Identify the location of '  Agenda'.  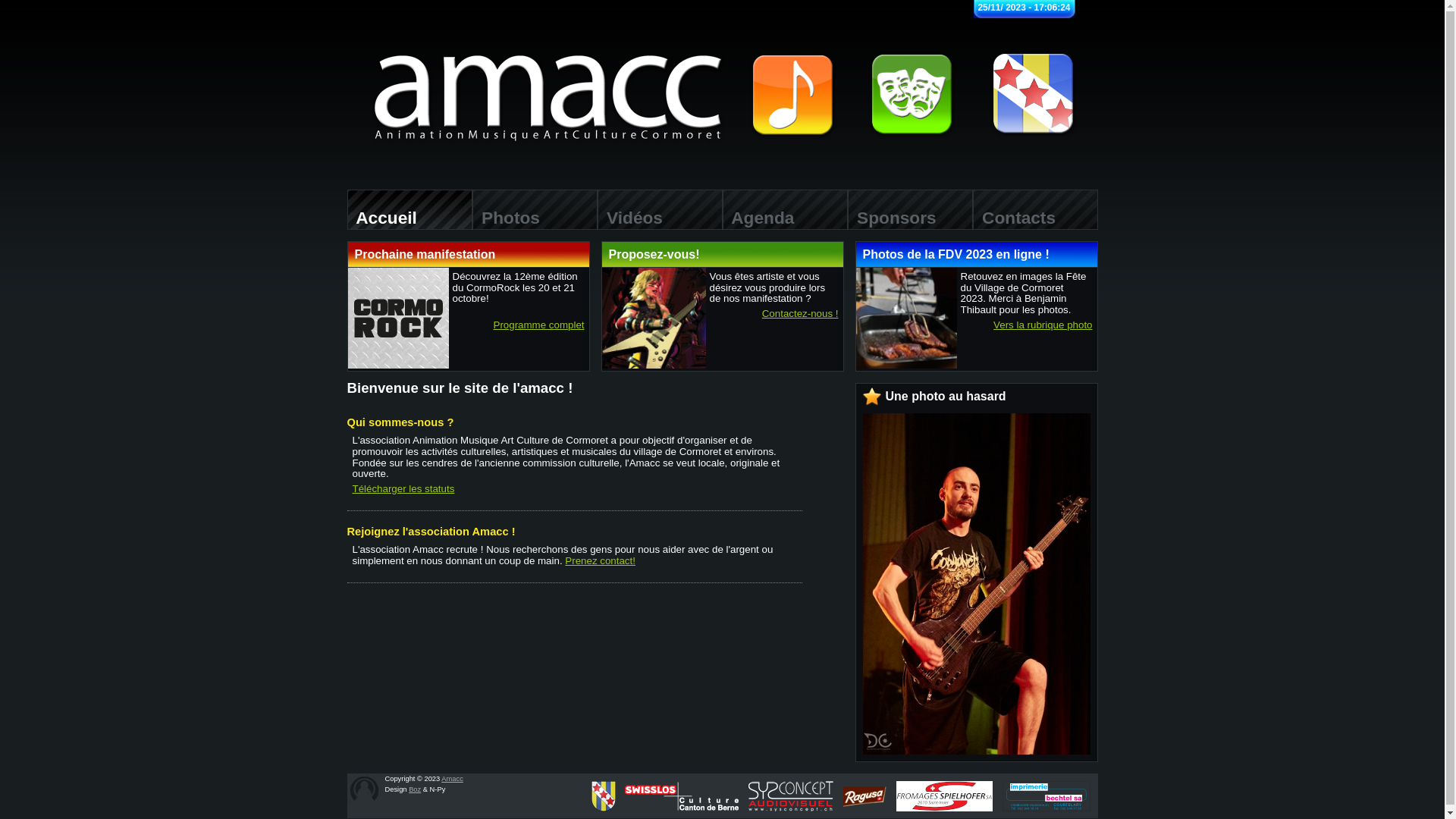
(784, 209).